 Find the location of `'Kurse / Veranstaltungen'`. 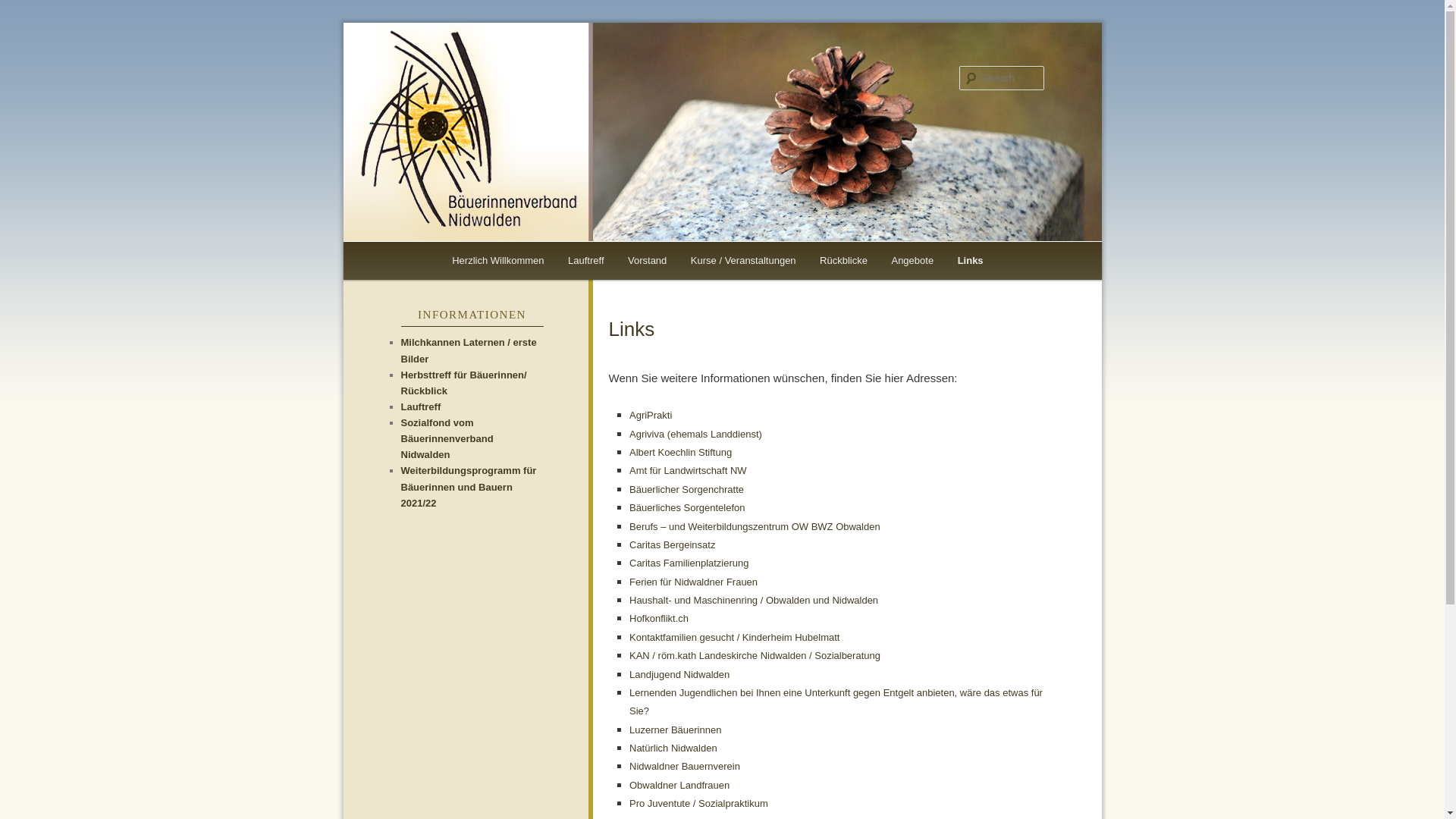

'Kurse / Veranstaltungen' is located at coordinates (742, 259).